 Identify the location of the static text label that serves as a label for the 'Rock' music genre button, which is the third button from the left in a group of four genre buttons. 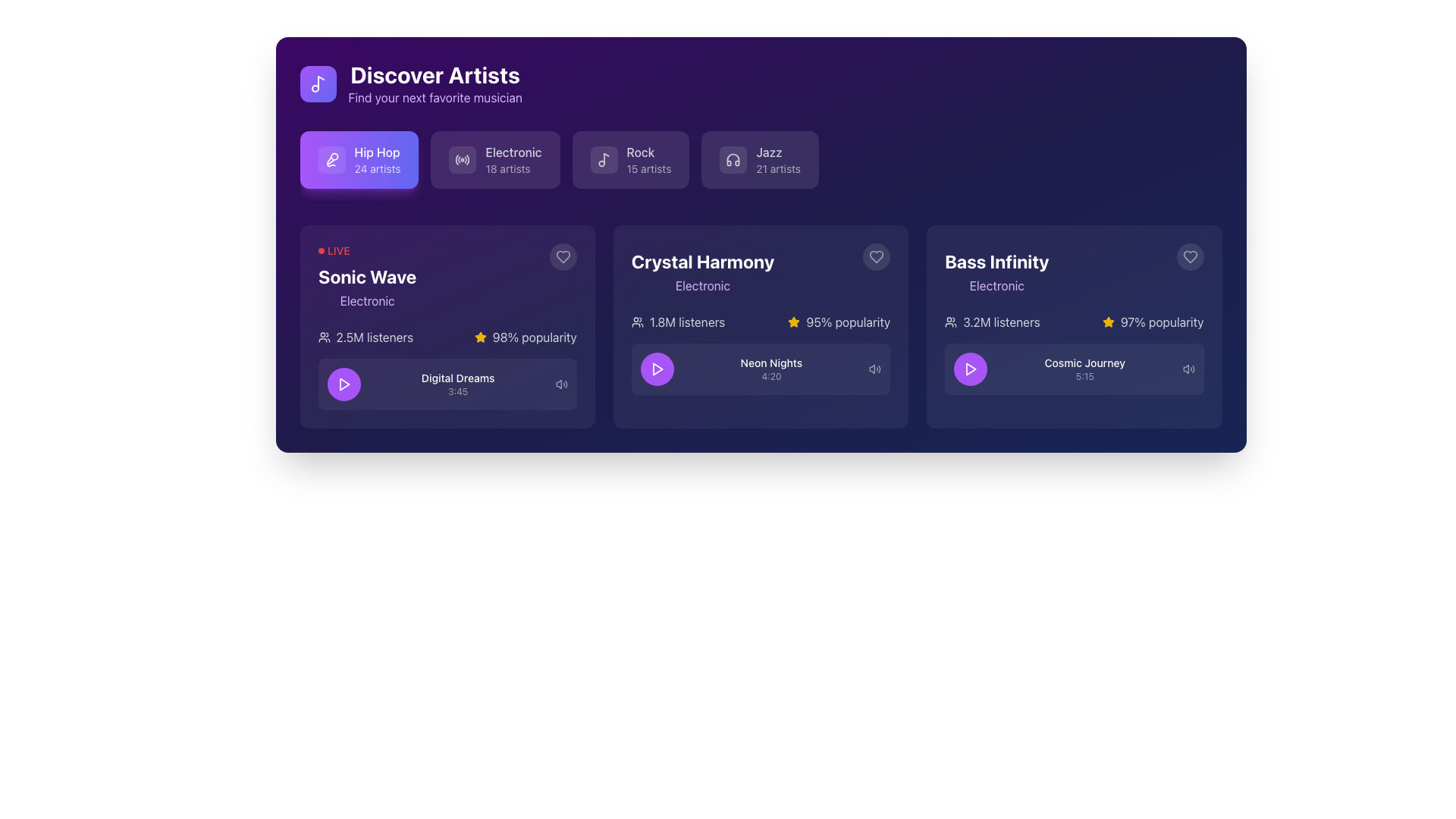
(648, 152).